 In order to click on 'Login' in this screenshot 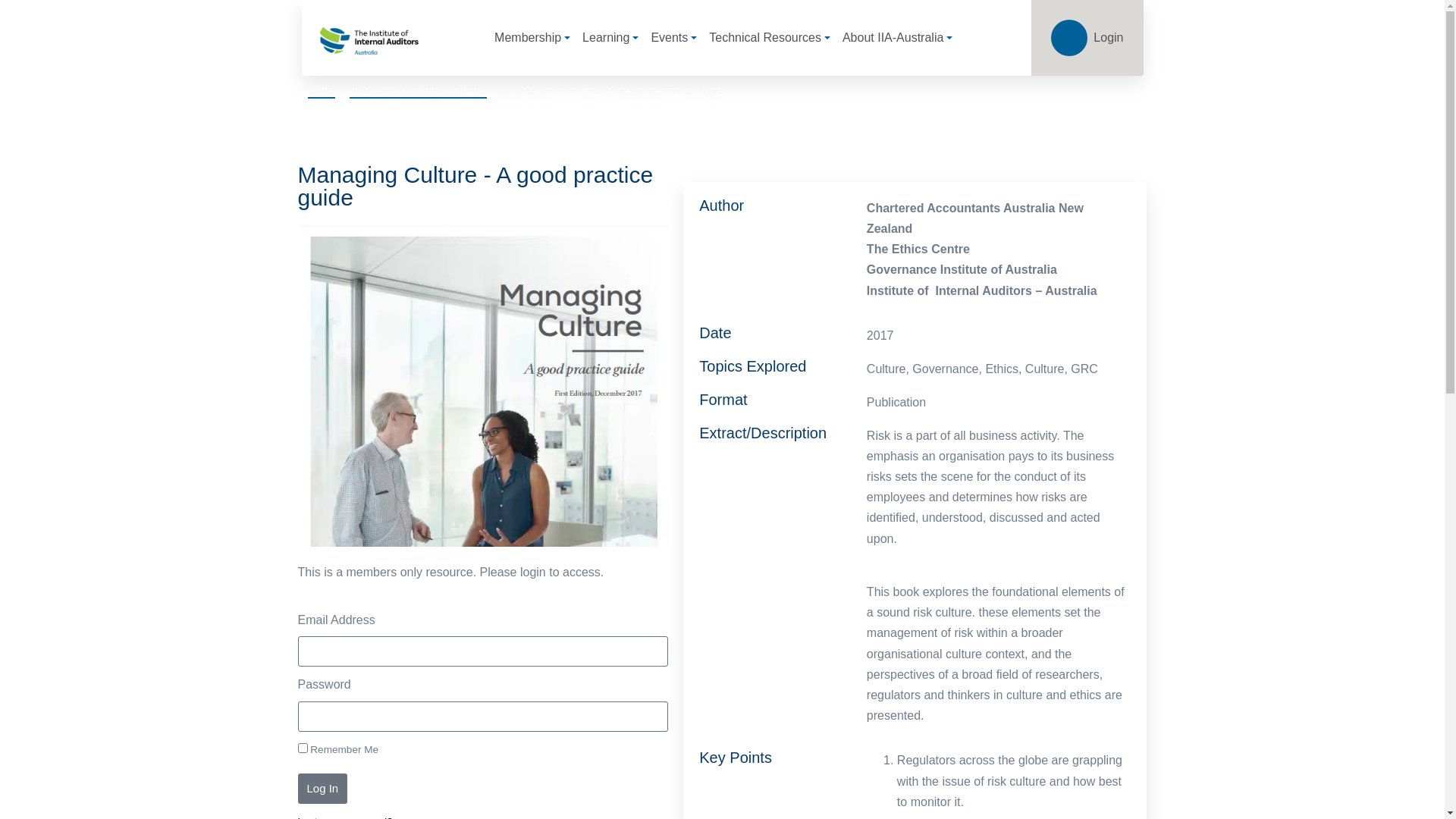, I will do `click(1086, 37)`.